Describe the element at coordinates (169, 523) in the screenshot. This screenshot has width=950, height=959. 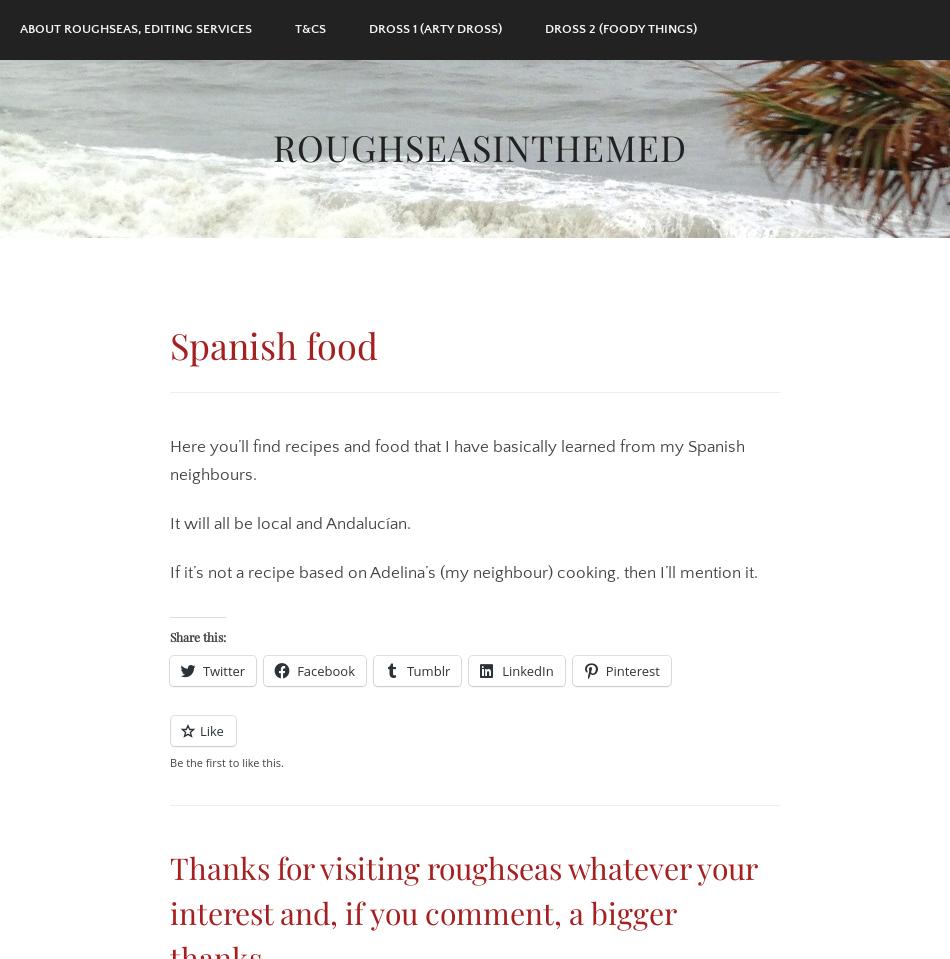
I see `'It will all be local and Andalucían.'` at that location.